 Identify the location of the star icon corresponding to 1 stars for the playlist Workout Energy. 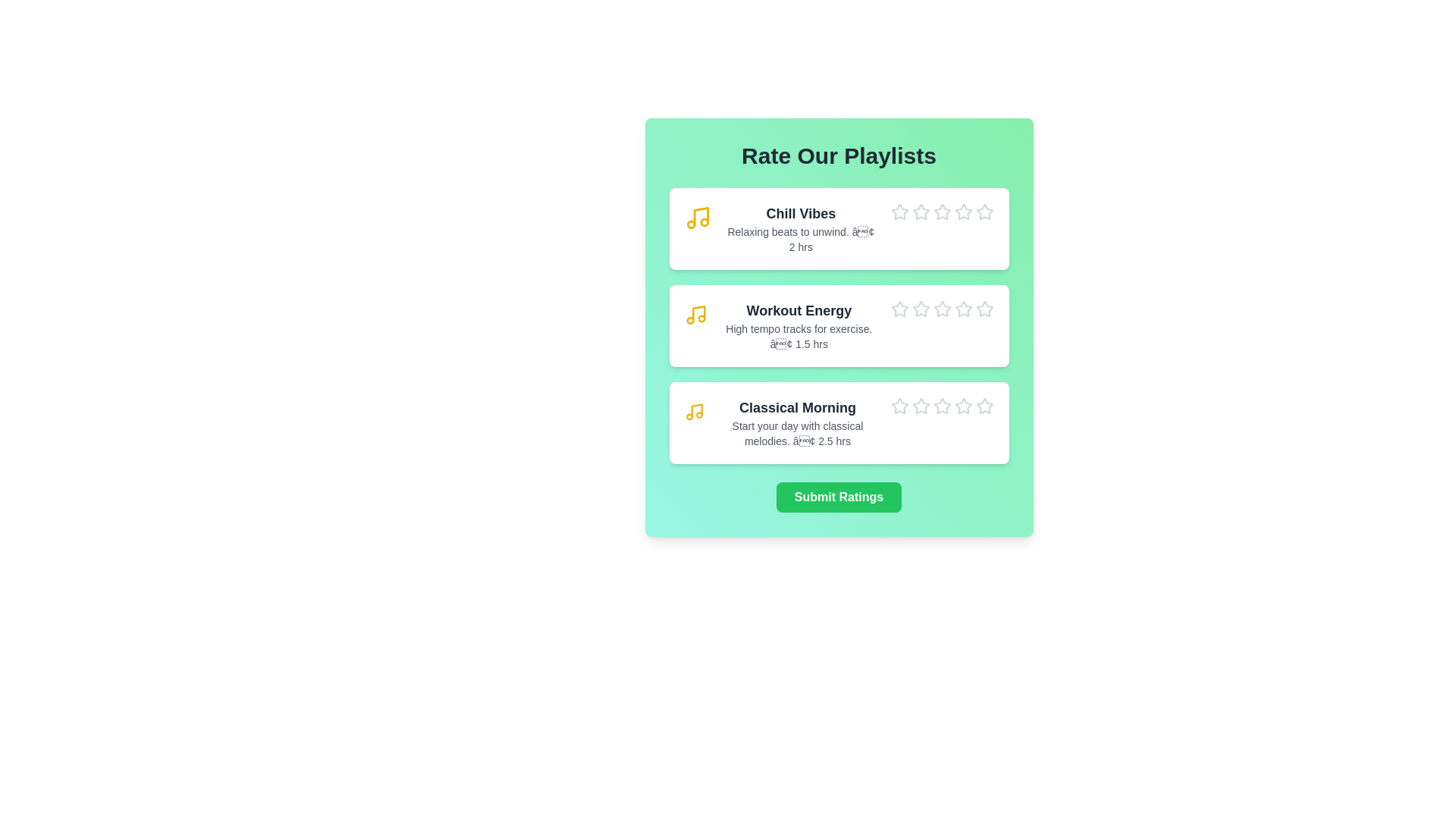
(890, 300).